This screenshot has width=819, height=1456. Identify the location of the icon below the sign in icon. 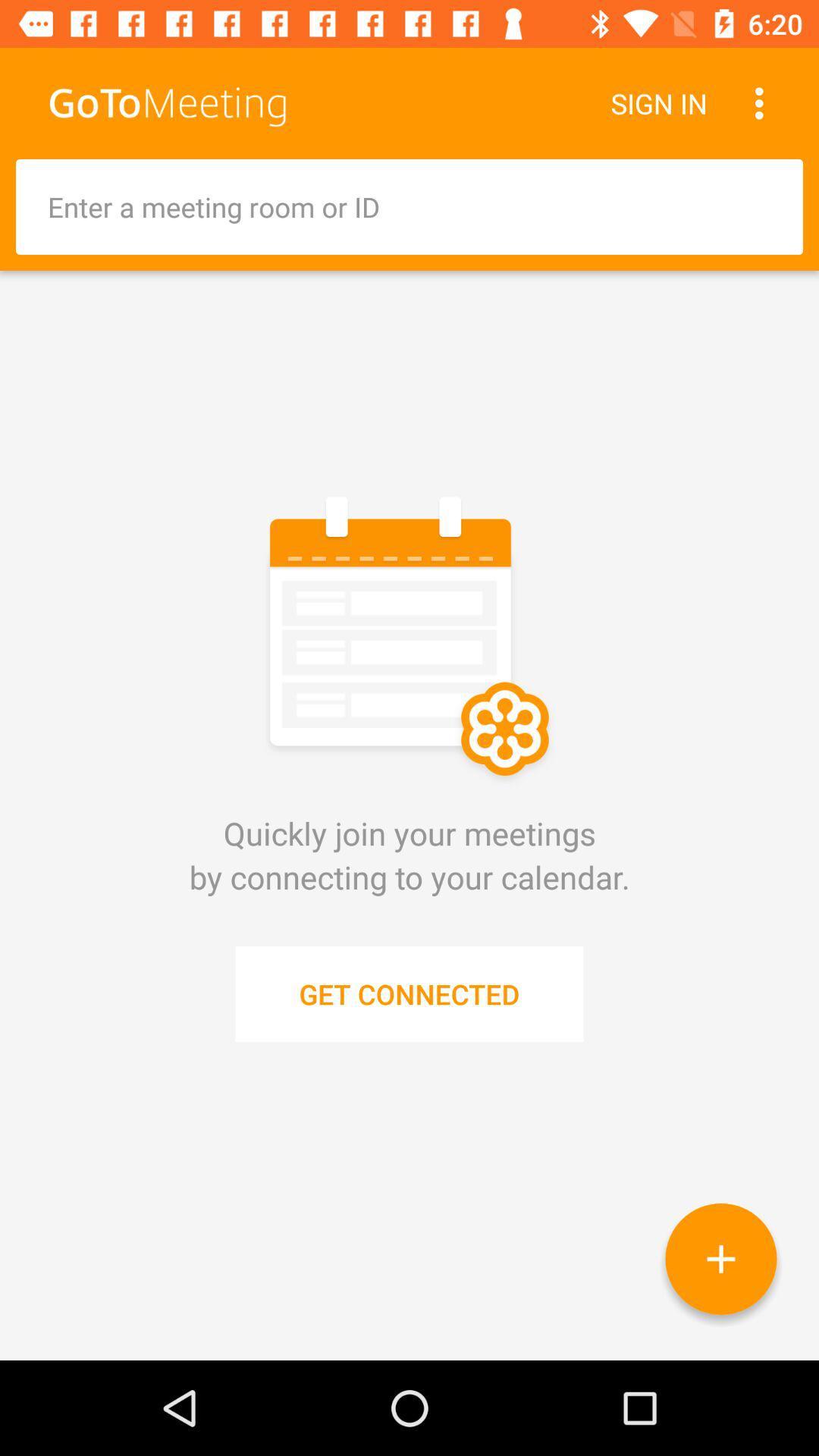
(409, 206).